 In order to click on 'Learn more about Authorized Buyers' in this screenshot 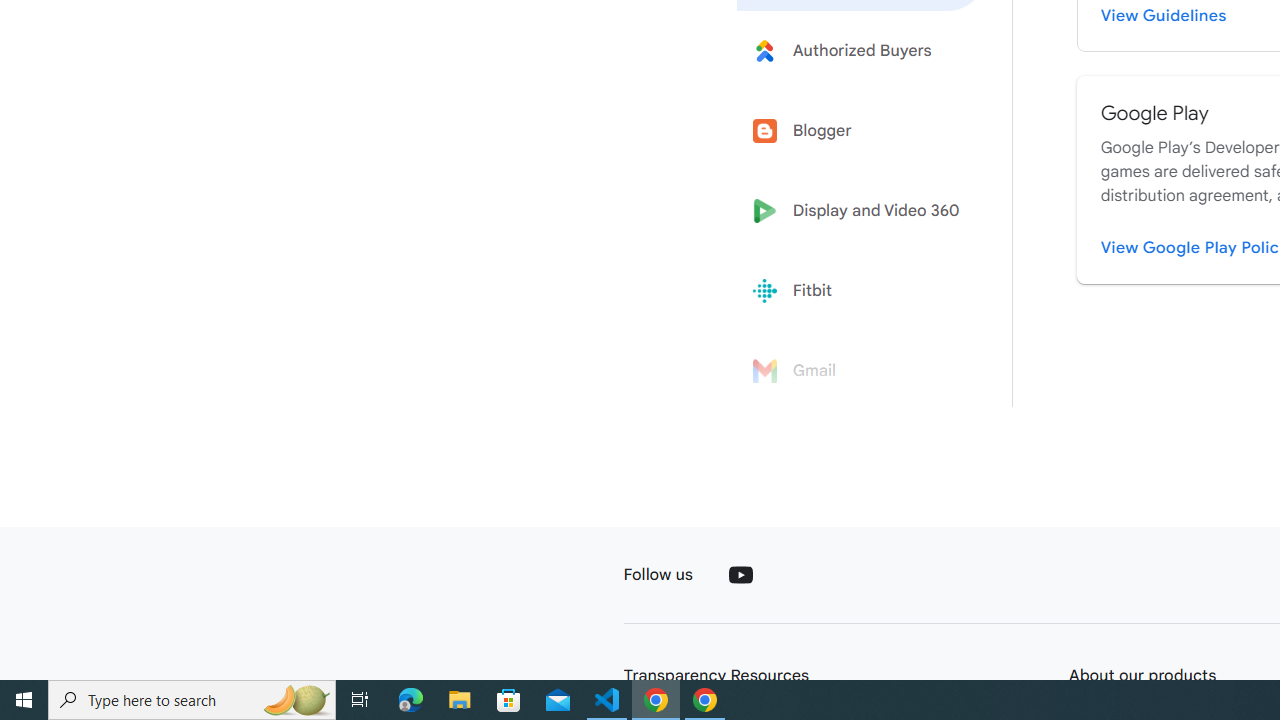, I will do `click(862, 49)`.